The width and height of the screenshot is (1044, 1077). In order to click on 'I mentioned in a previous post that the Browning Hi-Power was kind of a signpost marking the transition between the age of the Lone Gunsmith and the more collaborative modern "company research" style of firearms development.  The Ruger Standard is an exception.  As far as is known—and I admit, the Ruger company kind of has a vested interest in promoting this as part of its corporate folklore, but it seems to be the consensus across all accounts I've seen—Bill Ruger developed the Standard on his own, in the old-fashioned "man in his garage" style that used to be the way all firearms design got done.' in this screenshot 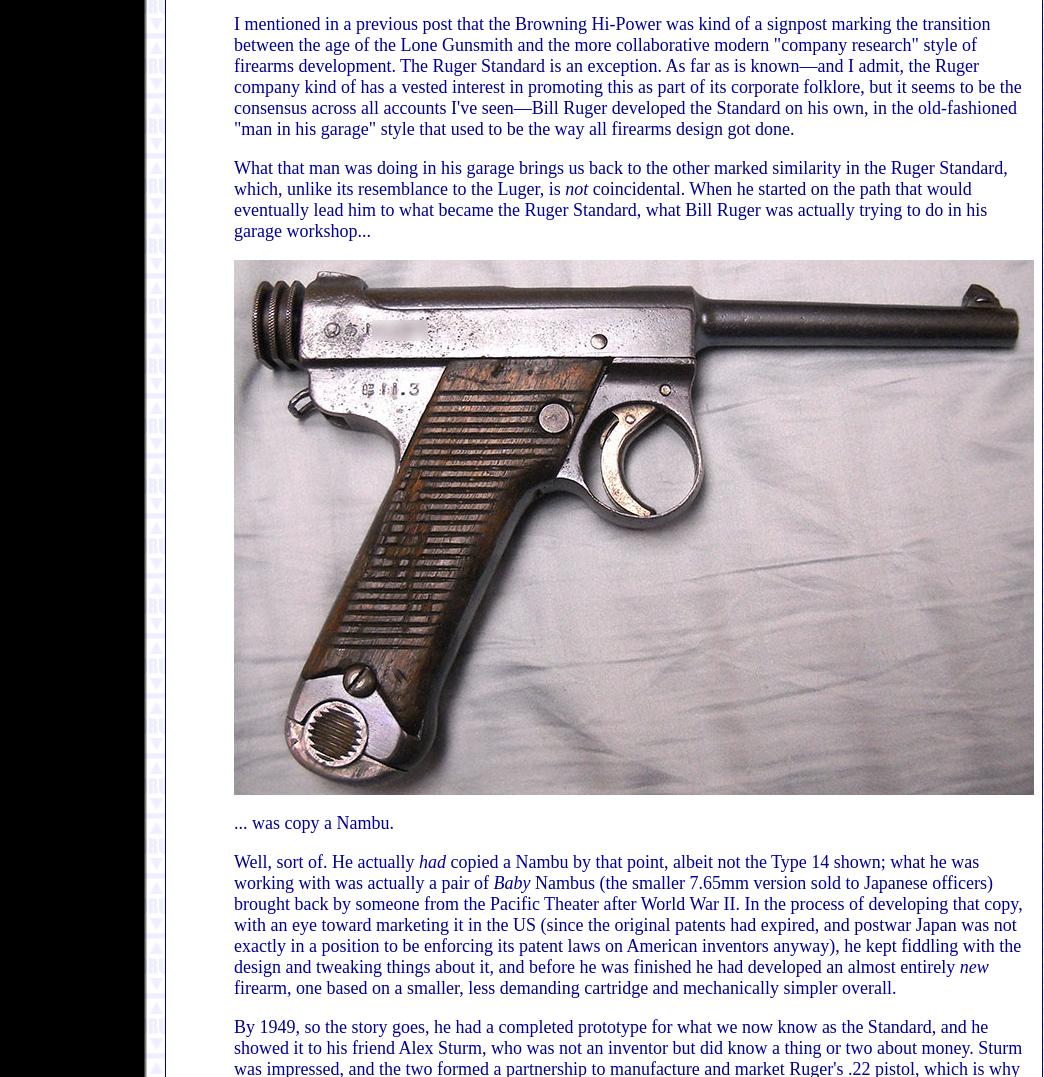, I will do `click(627, 76)`.